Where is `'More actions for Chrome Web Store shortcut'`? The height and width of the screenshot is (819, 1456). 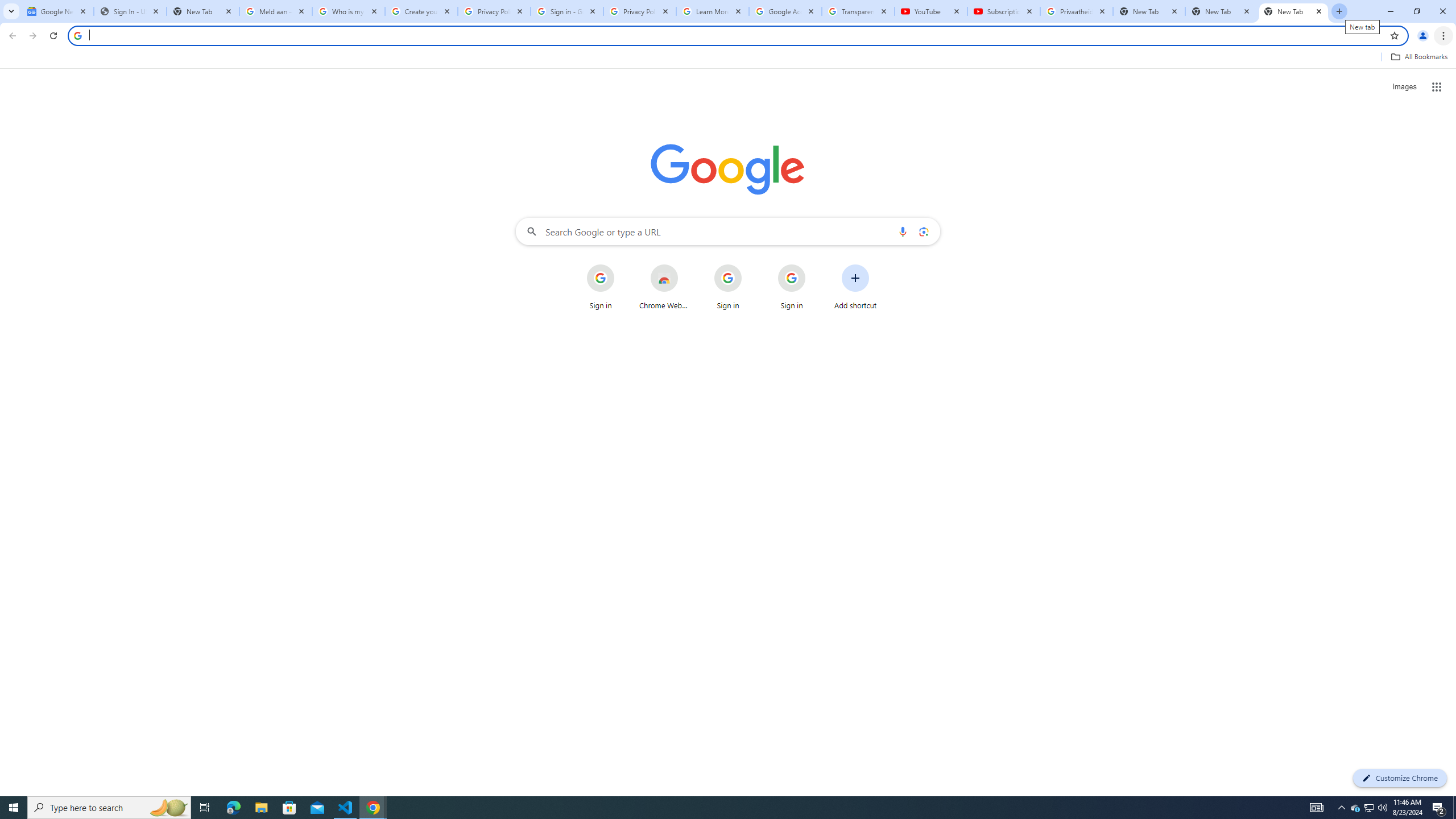 'More actions for Chrome Web Store shortcut' is located at coordinates (686, 266).